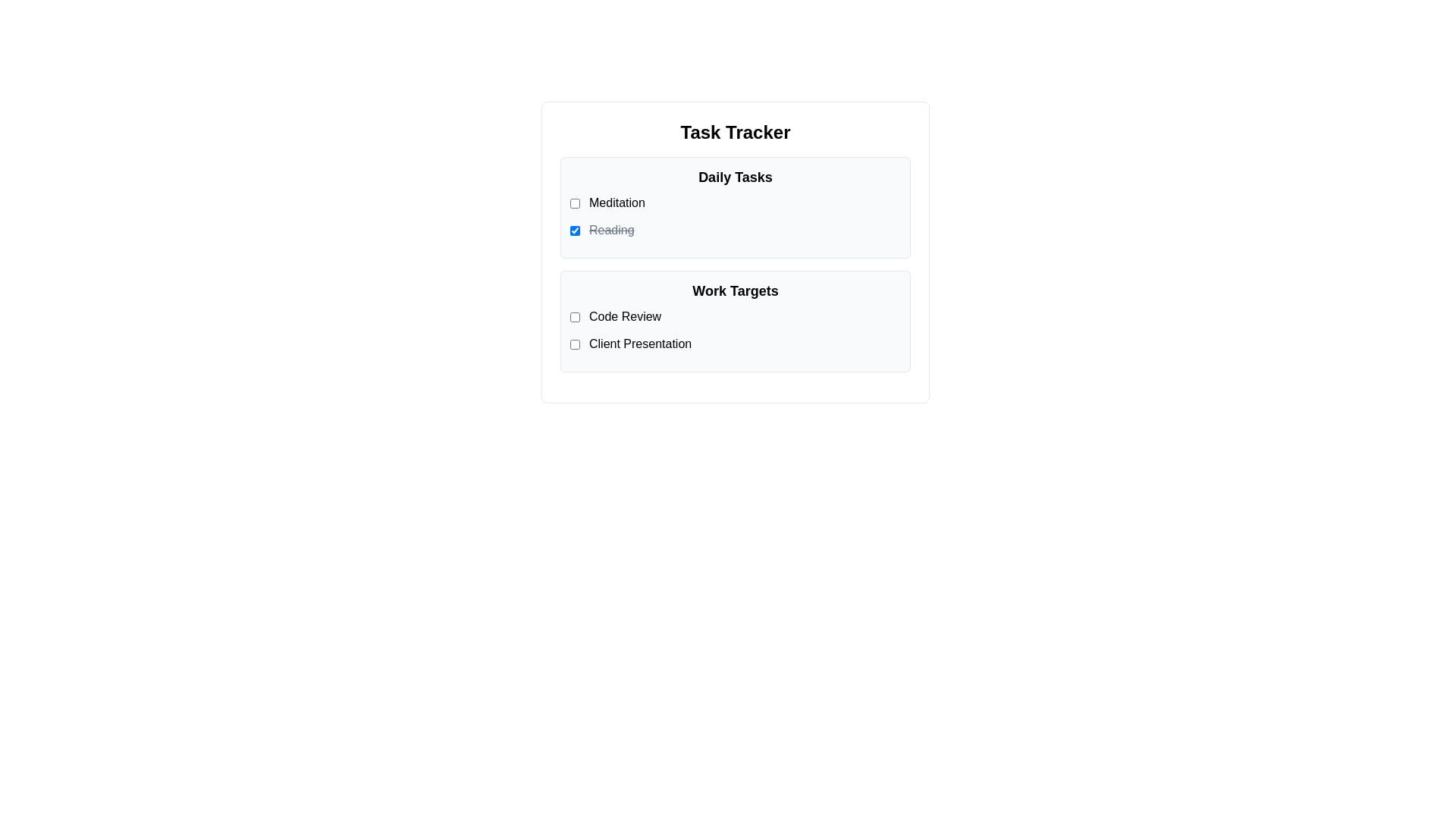  What do you see at coordinates (735, 329) in the screenshot?
I see `the checklist labels in the 'Work Targets' section` at bounding box center [735, 329].